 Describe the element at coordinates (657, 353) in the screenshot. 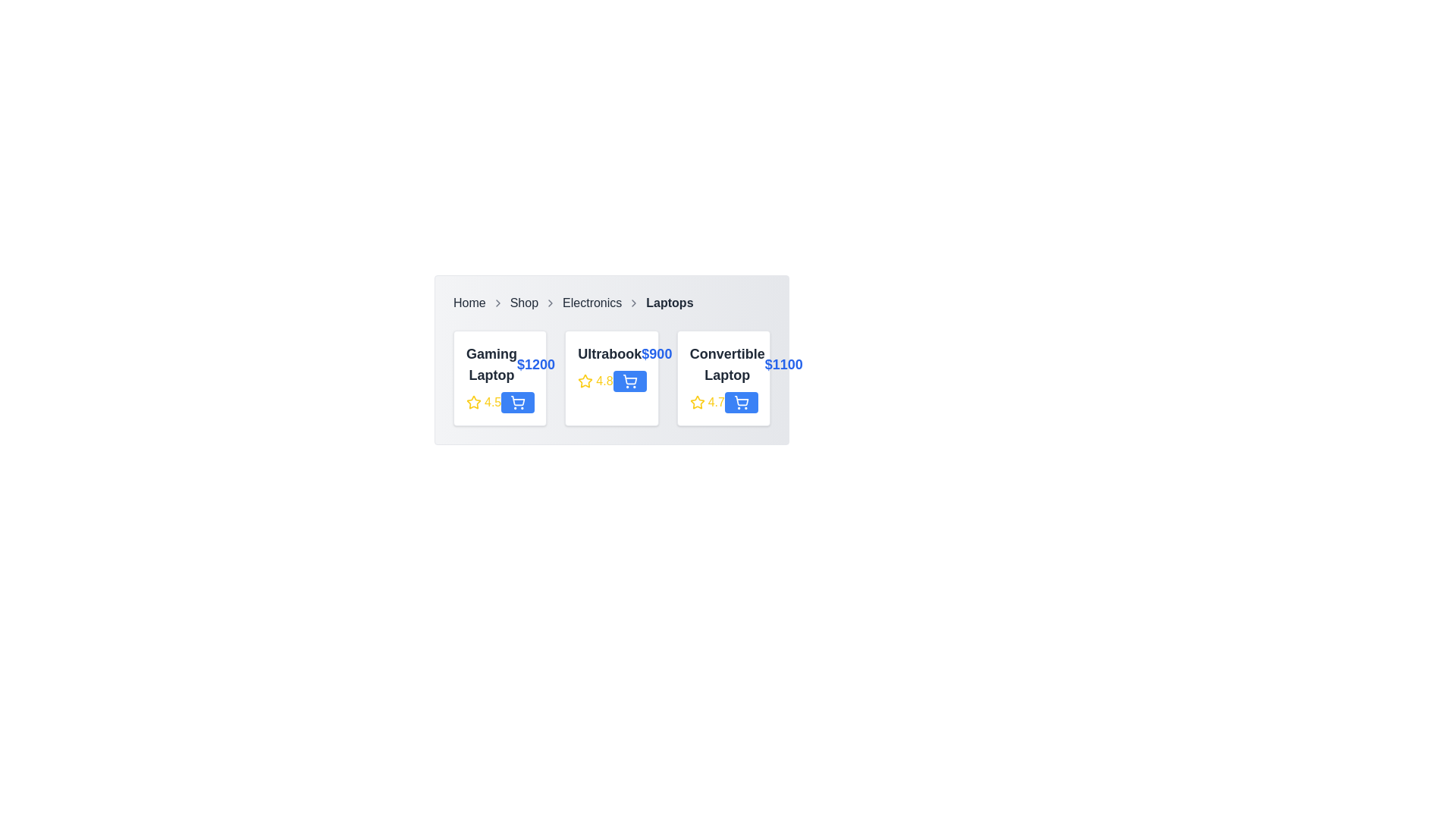

I see `the price text displaying the product 'Ultrabook' located in the rightmost position within its card` at that location.